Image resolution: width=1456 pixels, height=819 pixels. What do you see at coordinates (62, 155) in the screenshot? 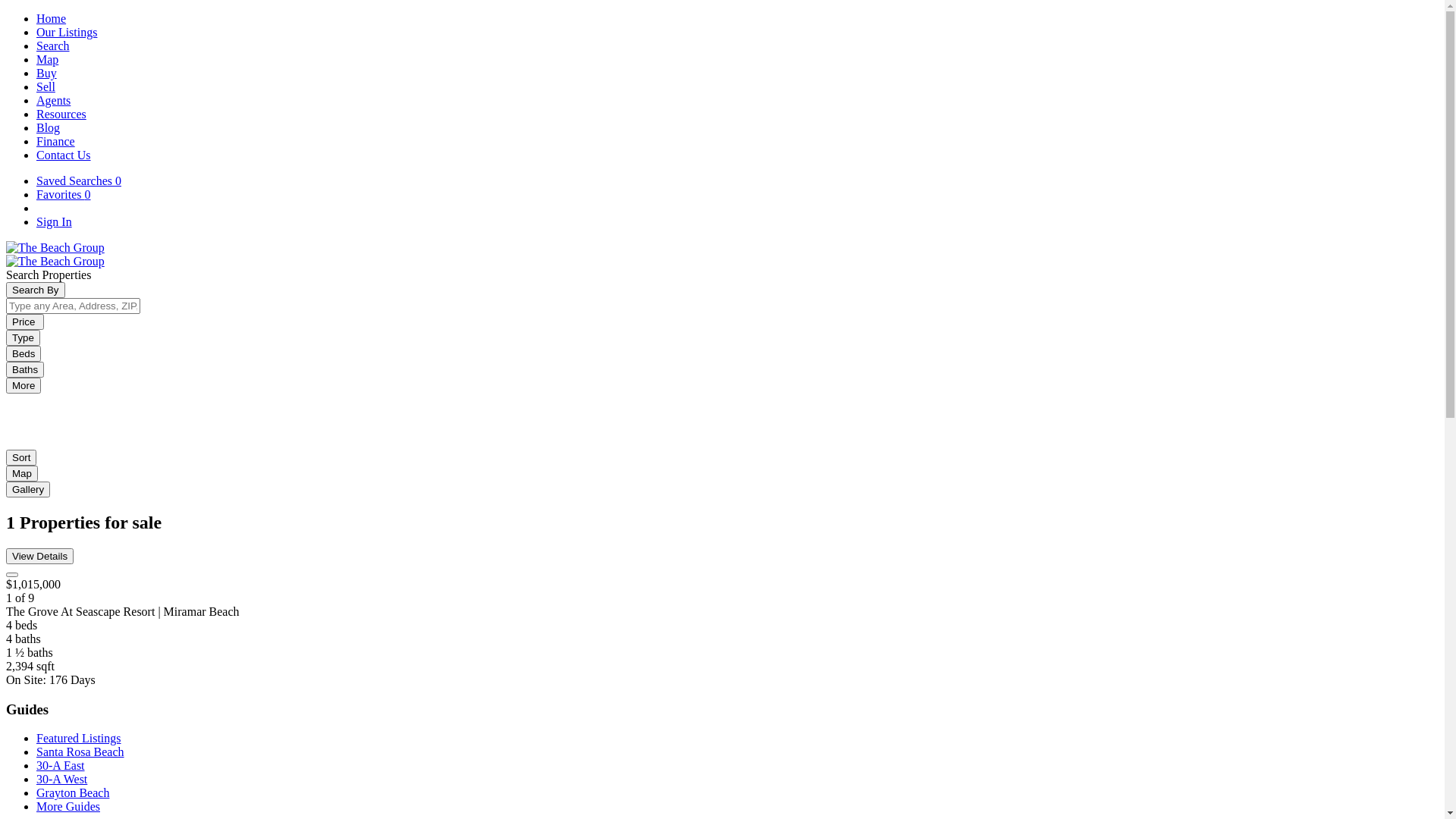
I see `'Contact Us'` at bounding box center [62, 155].